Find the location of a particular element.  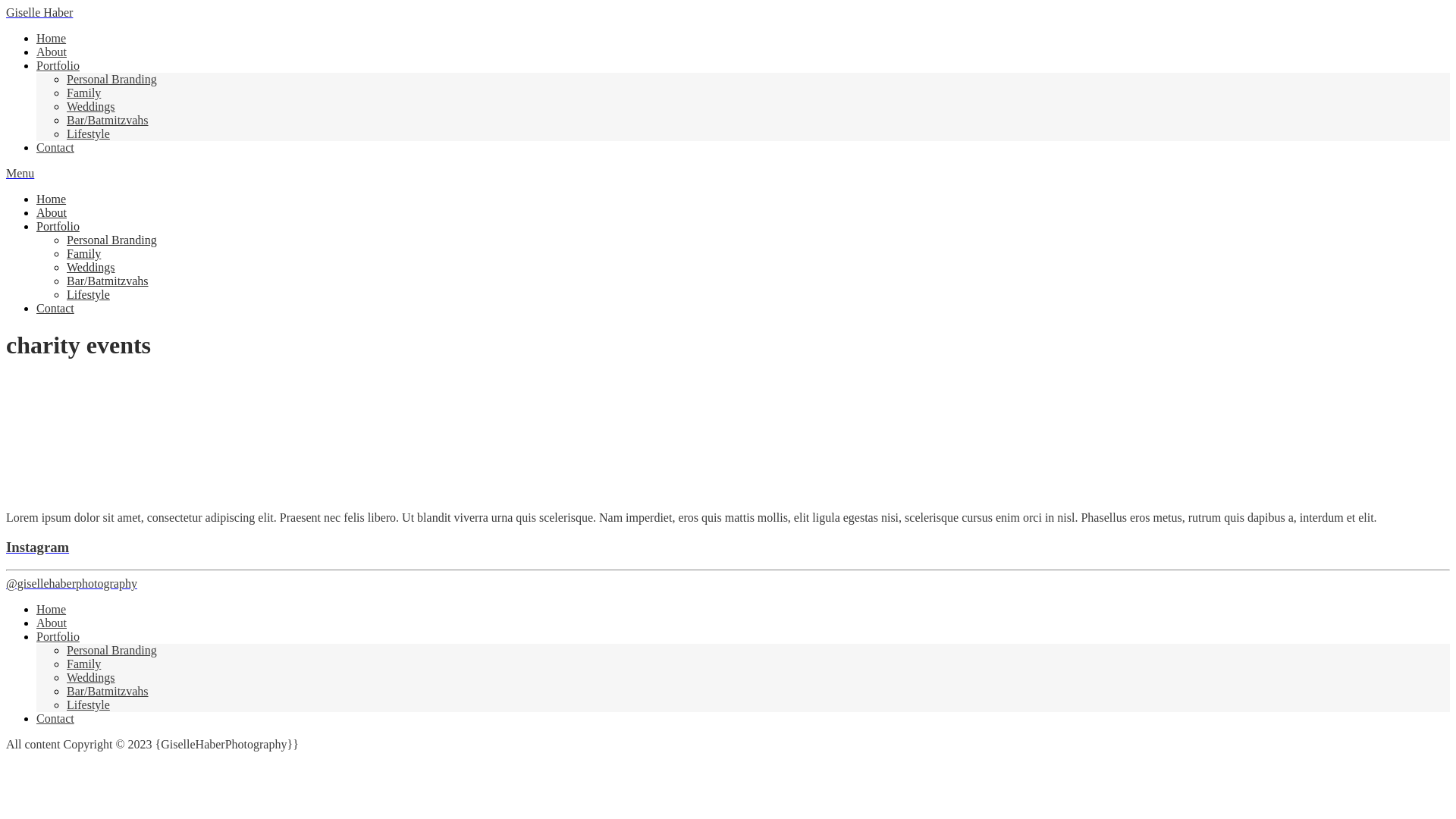

'Home' is located at coordinates (51, 608).